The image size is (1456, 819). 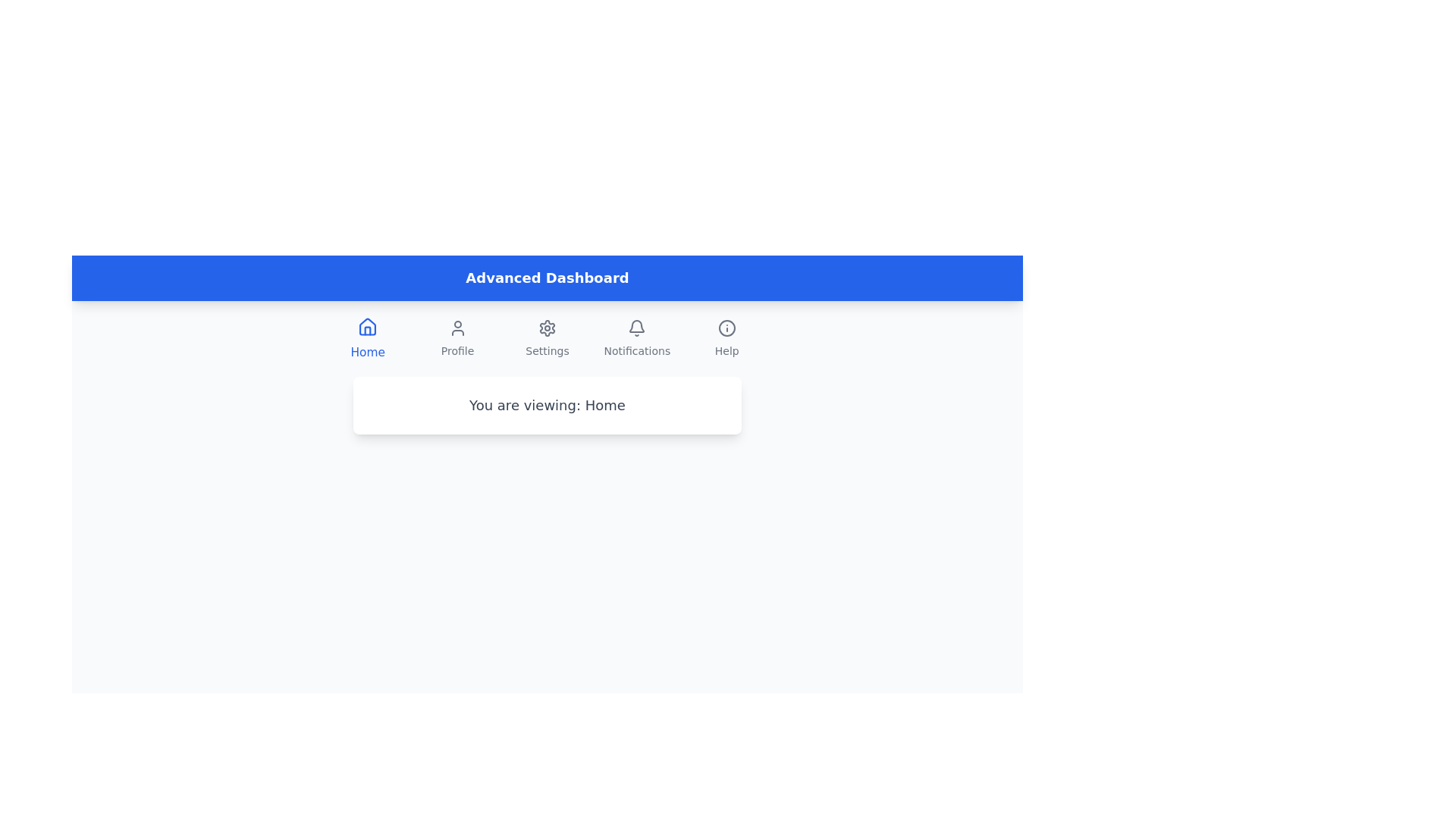 I want to click on the notification trigger icon located at the center of the 'Notifications' navigation button in the top navigation bar, so click(x=637, y=327).